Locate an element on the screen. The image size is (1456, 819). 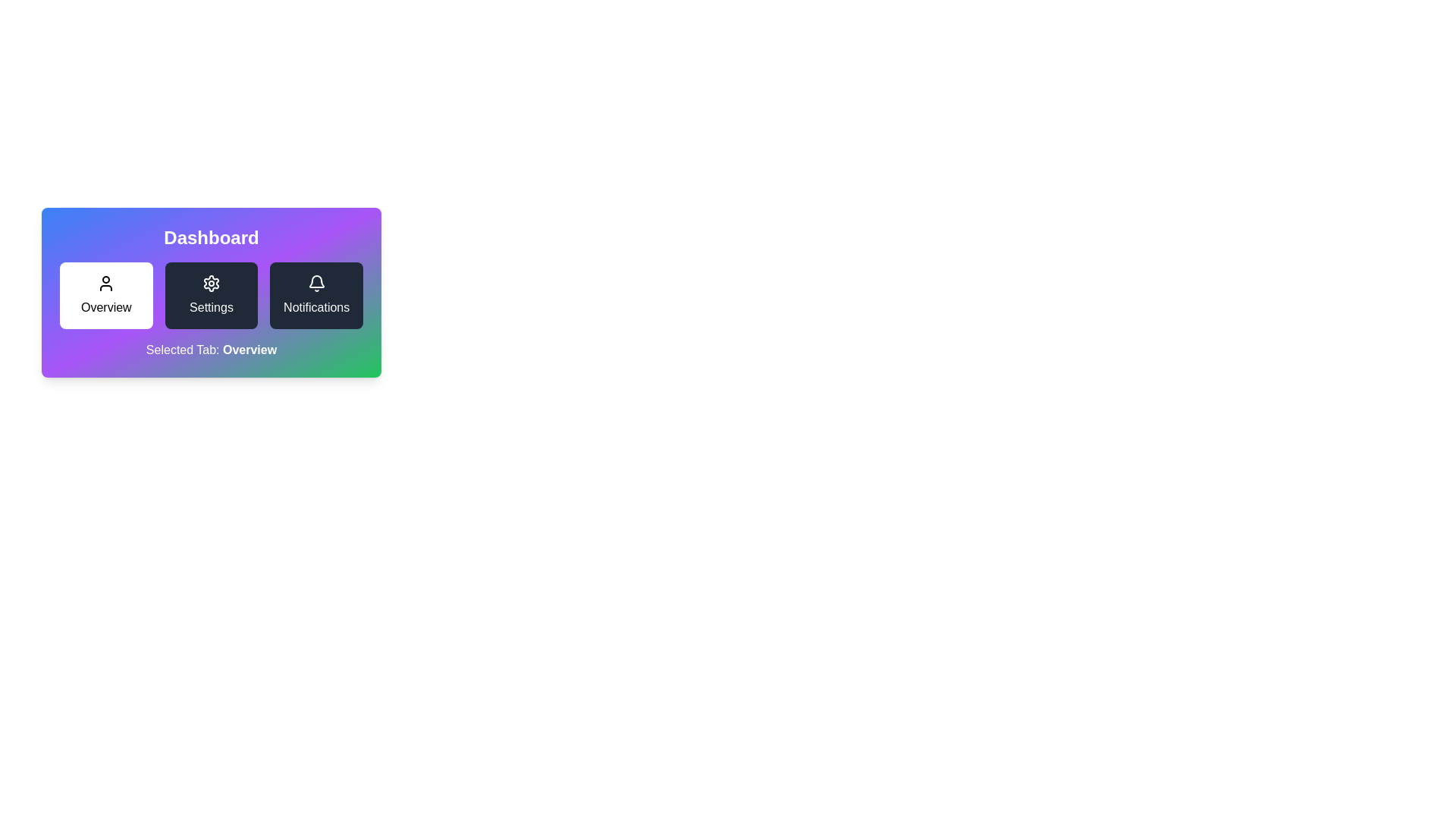
'Dashboard' text label displayed in bold, white, large font at the top center of the interface, above the buttons is located at coordinates (210, 237).